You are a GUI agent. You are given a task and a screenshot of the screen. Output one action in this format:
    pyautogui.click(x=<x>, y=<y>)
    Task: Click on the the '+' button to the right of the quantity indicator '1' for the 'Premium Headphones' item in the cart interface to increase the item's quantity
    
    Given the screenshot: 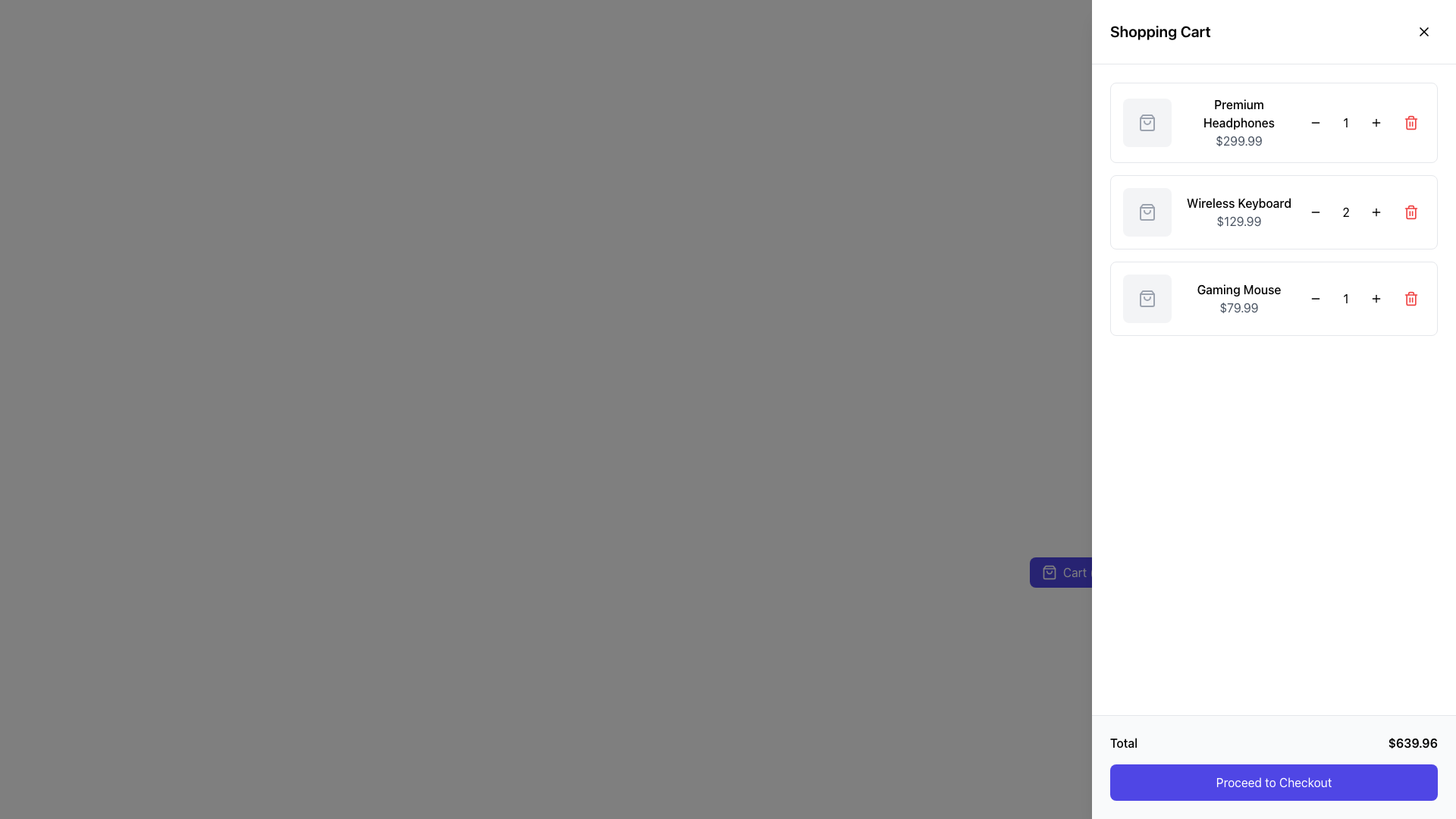 What is the action you would take?
    pyautogui.click(x=1376, y=122)
    